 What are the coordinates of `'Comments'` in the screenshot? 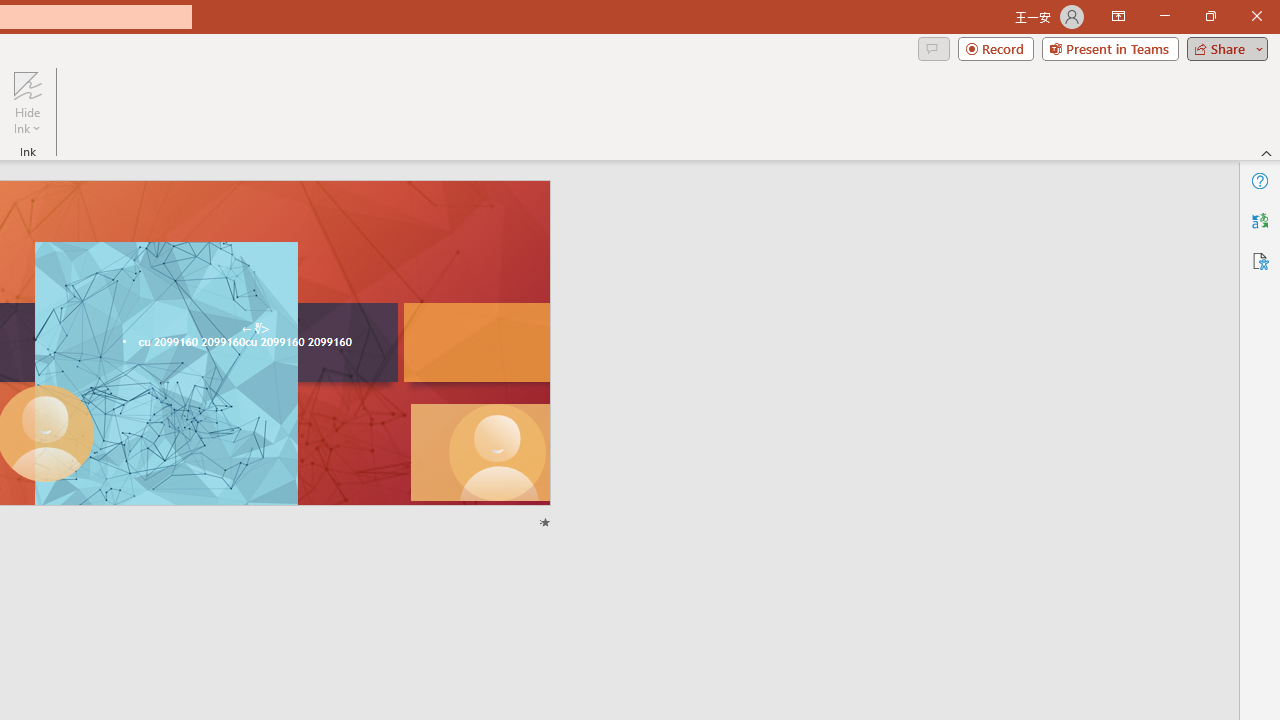 It's located at (932, 47).